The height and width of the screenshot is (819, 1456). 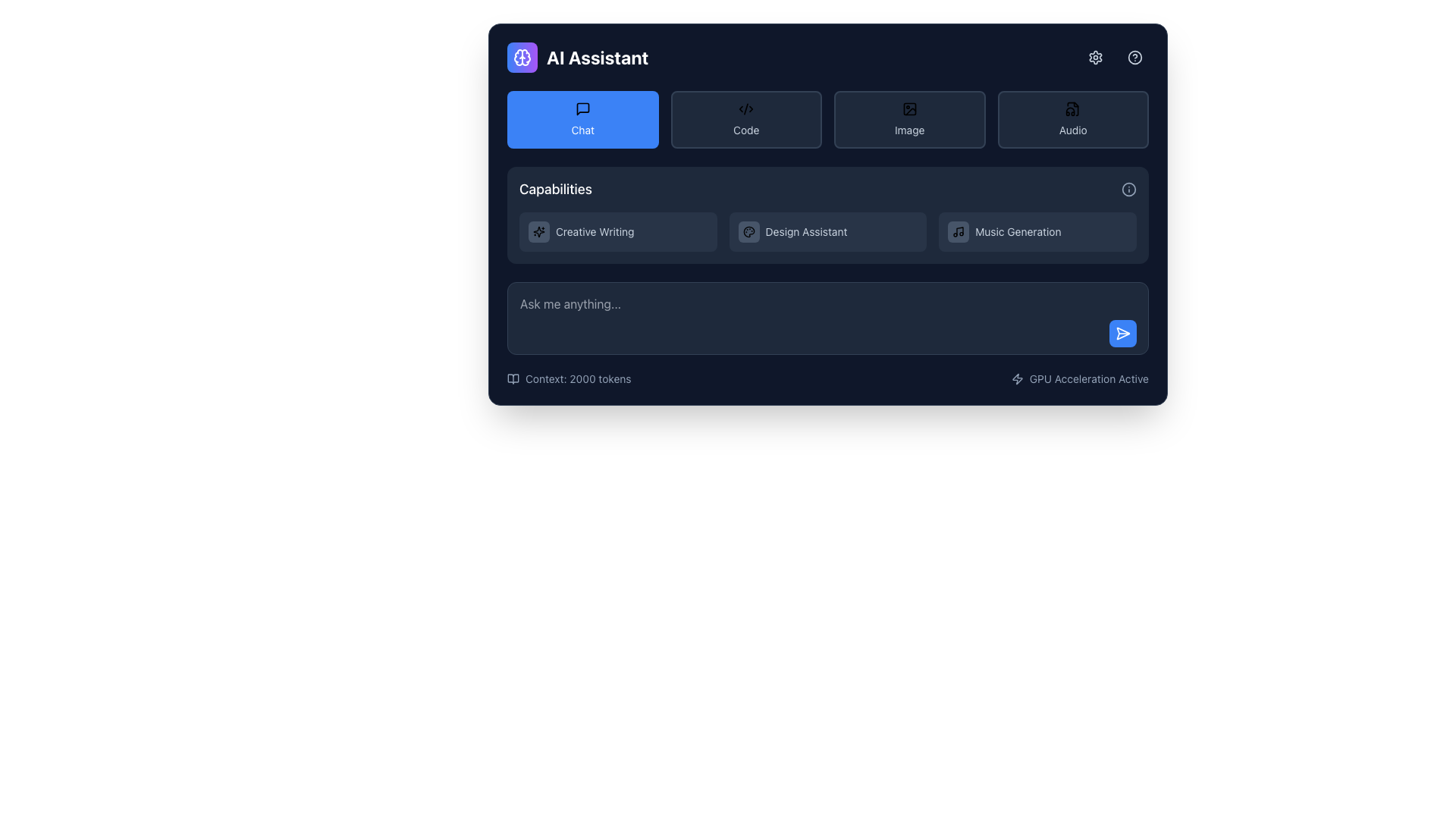 I want to click on the stylized image icon within the 'Image' button located in the dark-themed UI section, so click(x=909, y=108).